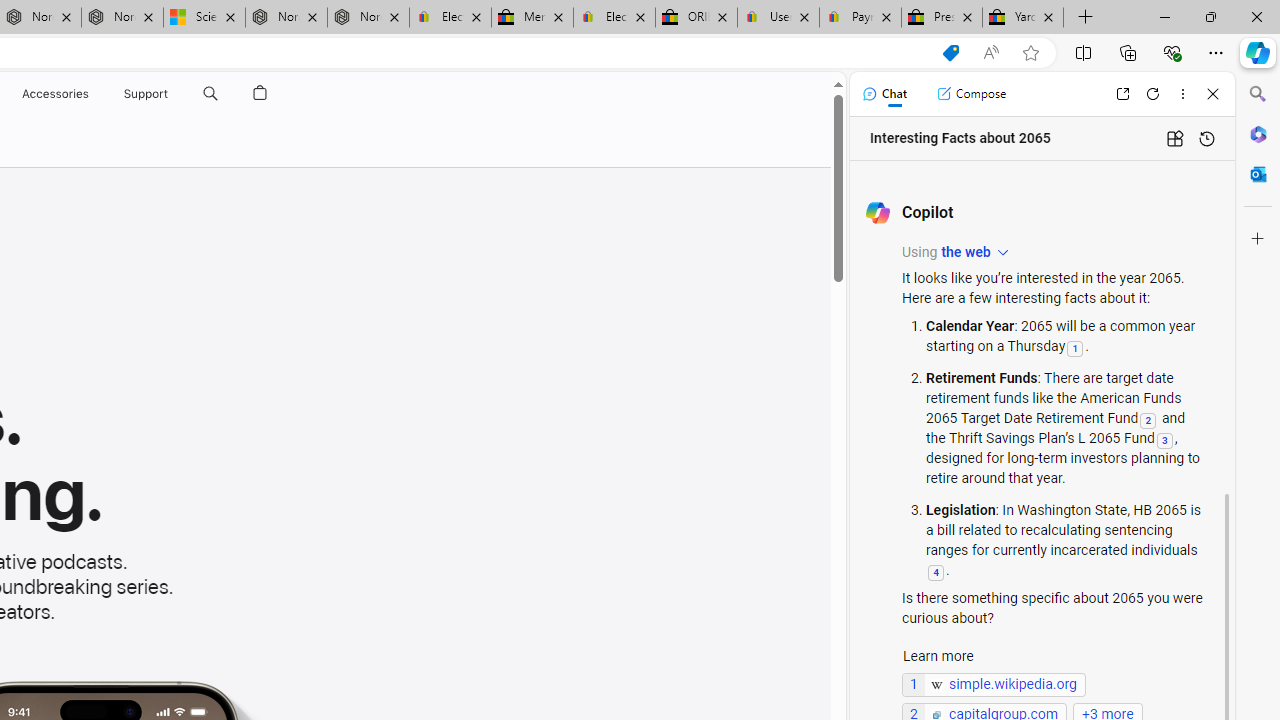  Describe the element at coordinates (777, 17) in the screenshot. I see `'User Privacy Notice | eBay'` at that location.